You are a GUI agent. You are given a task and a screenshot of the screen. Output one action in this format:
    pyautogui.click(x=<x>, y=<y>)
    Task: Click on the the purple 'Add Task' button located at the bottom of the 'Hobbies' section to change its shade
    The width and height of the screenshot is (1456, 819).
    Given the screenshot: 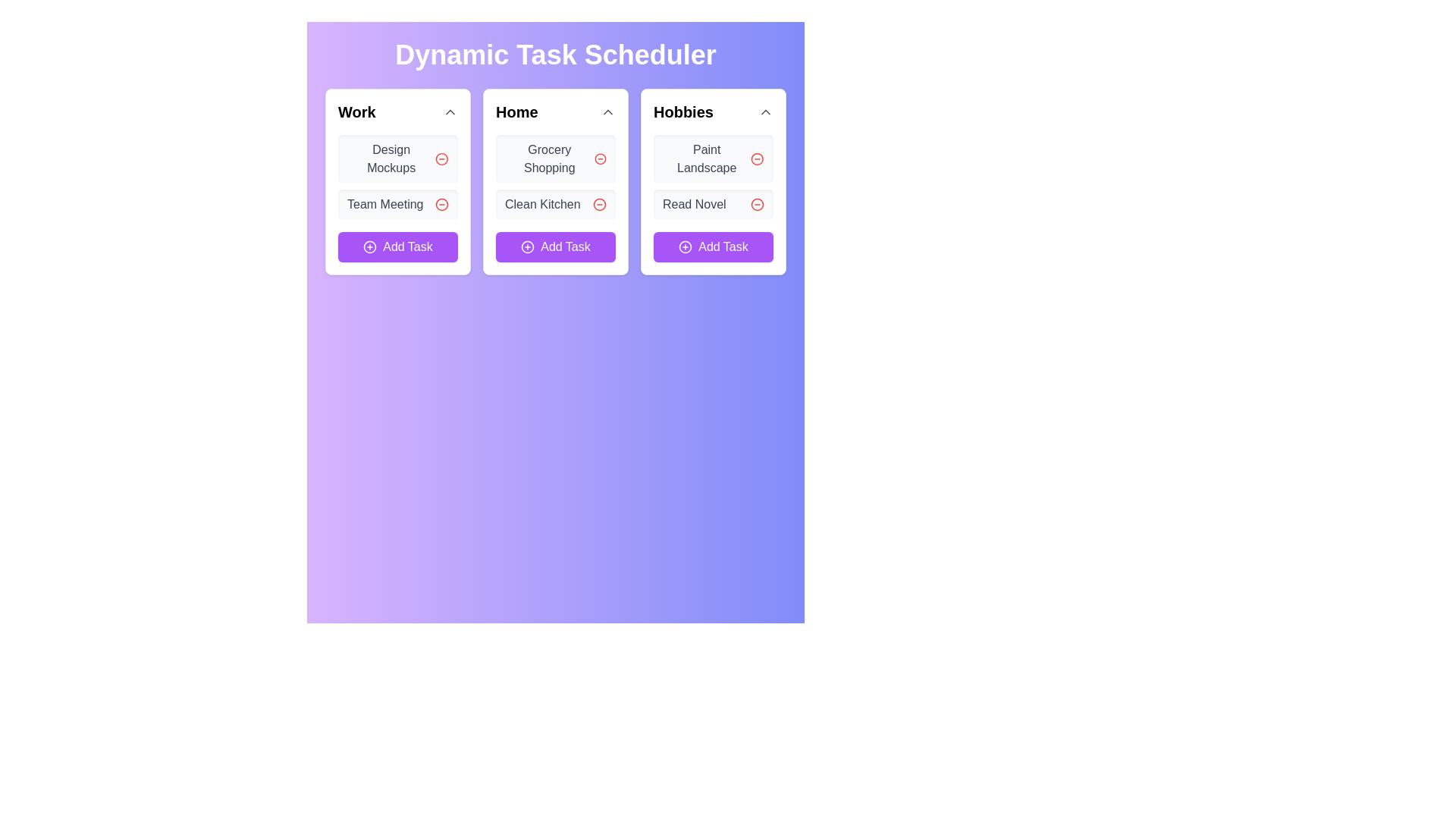 What is the action you would take?
    pyautogui.click(x=712, y=246)
    